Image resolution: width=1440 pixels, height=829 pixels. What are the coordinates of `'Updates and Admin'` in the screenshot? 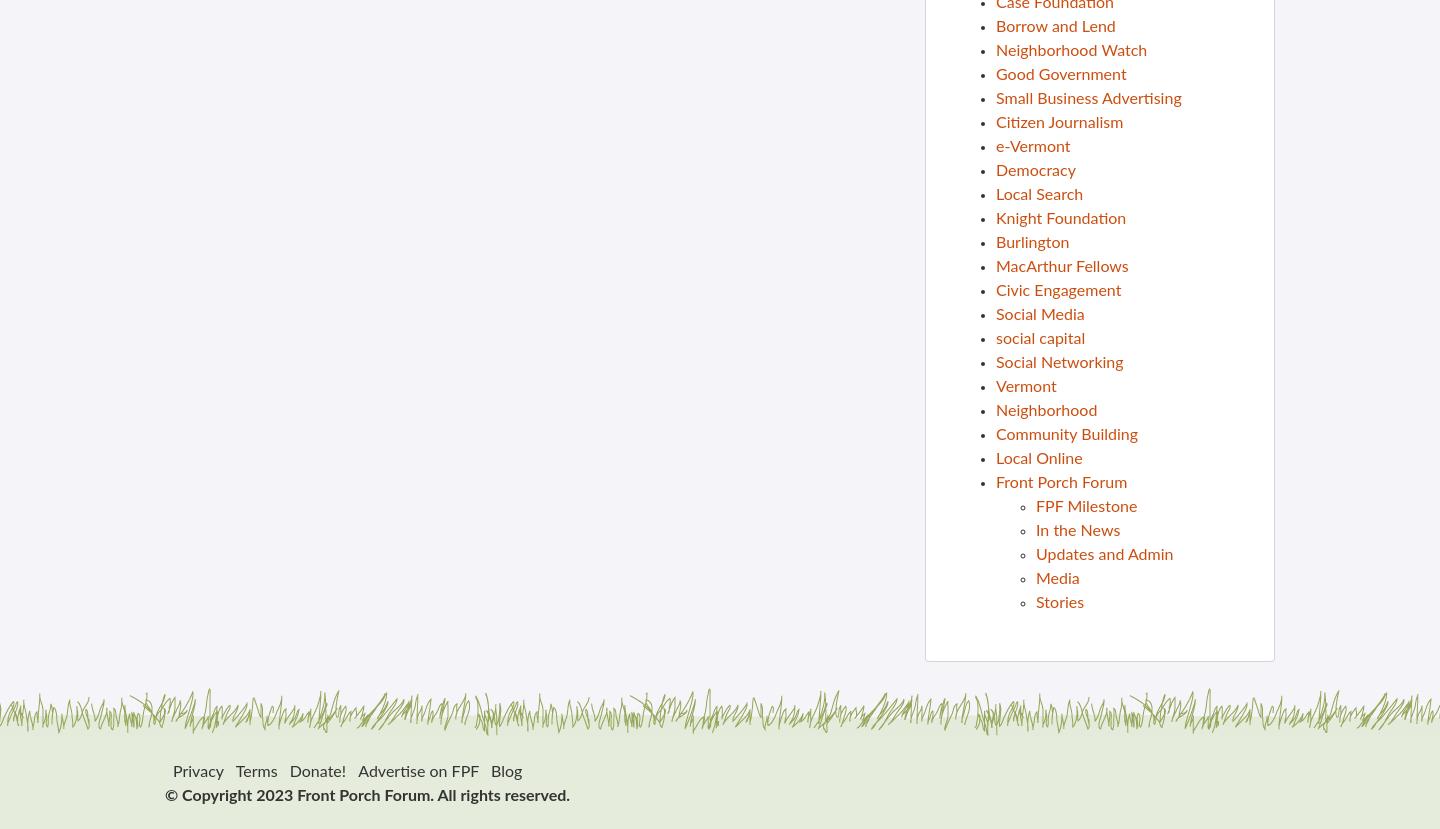 It's located at (1103, 554).